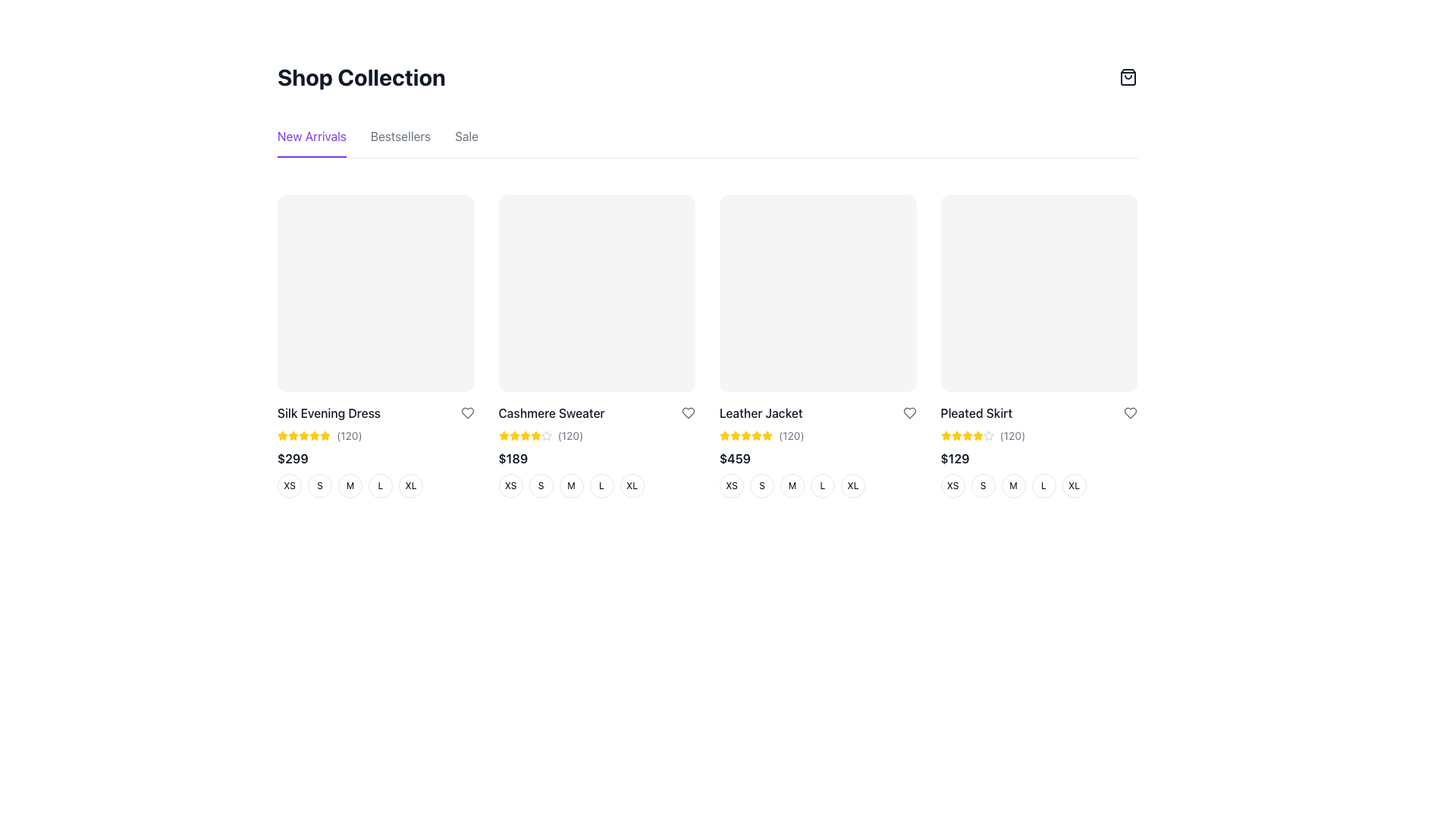 Image resolution: width=1456 pixels, height=819 pixels. I want to click on the 'XS' size button located at the bottom of the 'Pleated Skirt' product card, so click(952, 485).